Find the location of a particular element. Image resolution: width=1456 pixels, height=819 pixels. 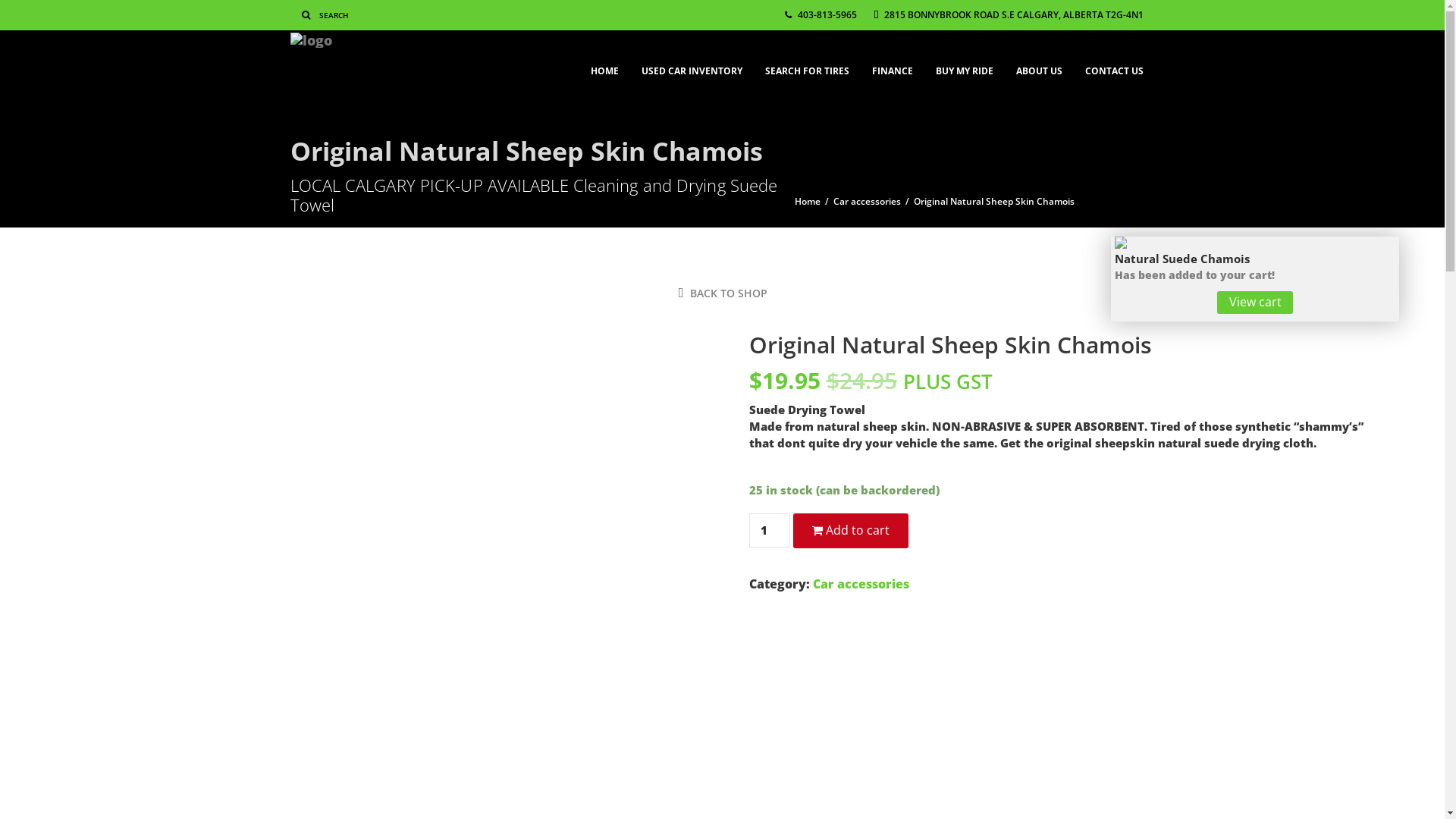

'ABOUT US' is located at coordinates (1037, 63).